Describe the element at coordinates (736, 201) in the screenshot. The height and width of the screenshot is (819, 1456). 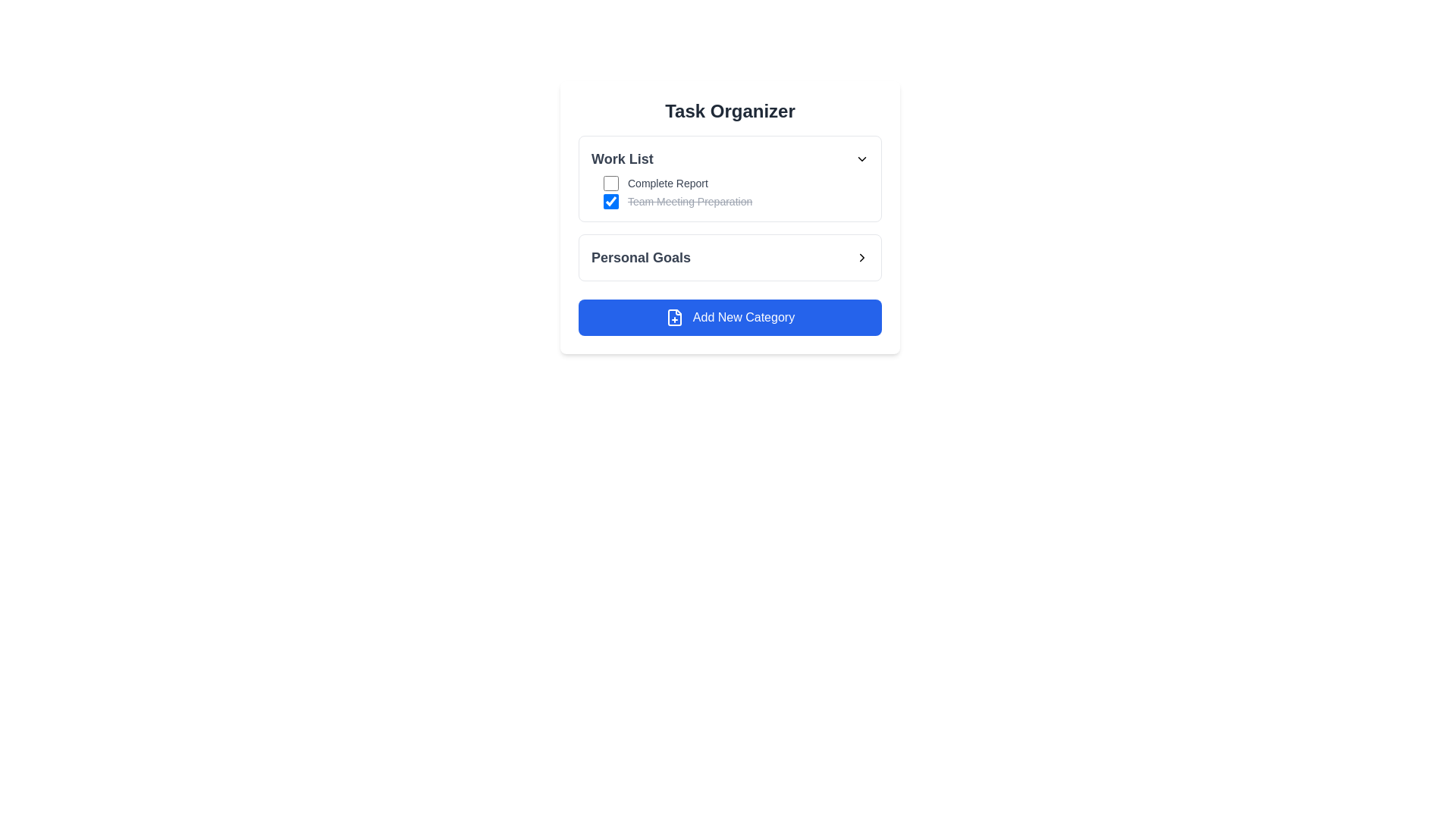
I see `the task label of the completed task in the 'Work List' section` at that location.